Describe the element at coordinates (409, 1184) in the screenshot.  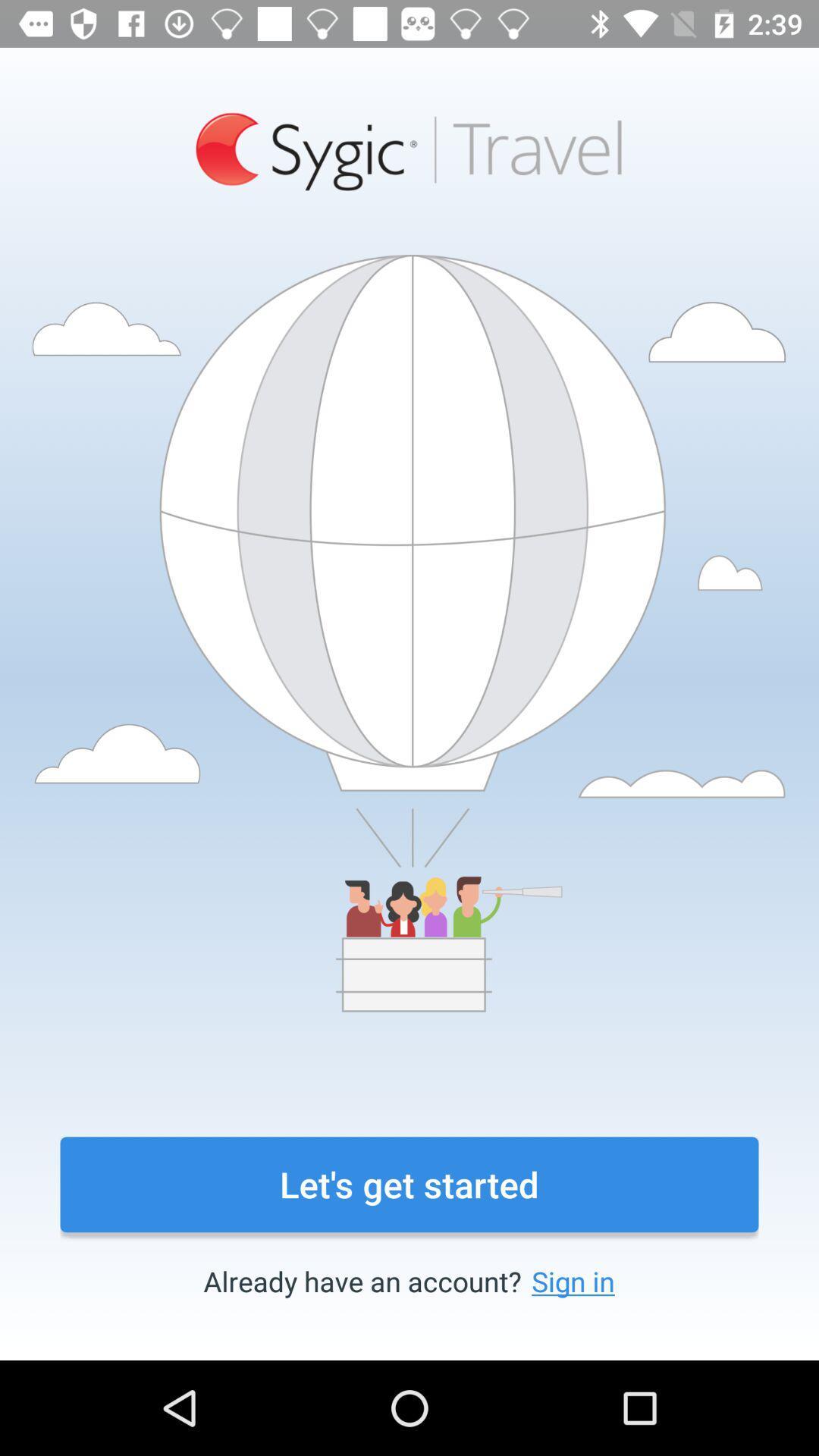
I see `the icon above the already have an item` at that location.